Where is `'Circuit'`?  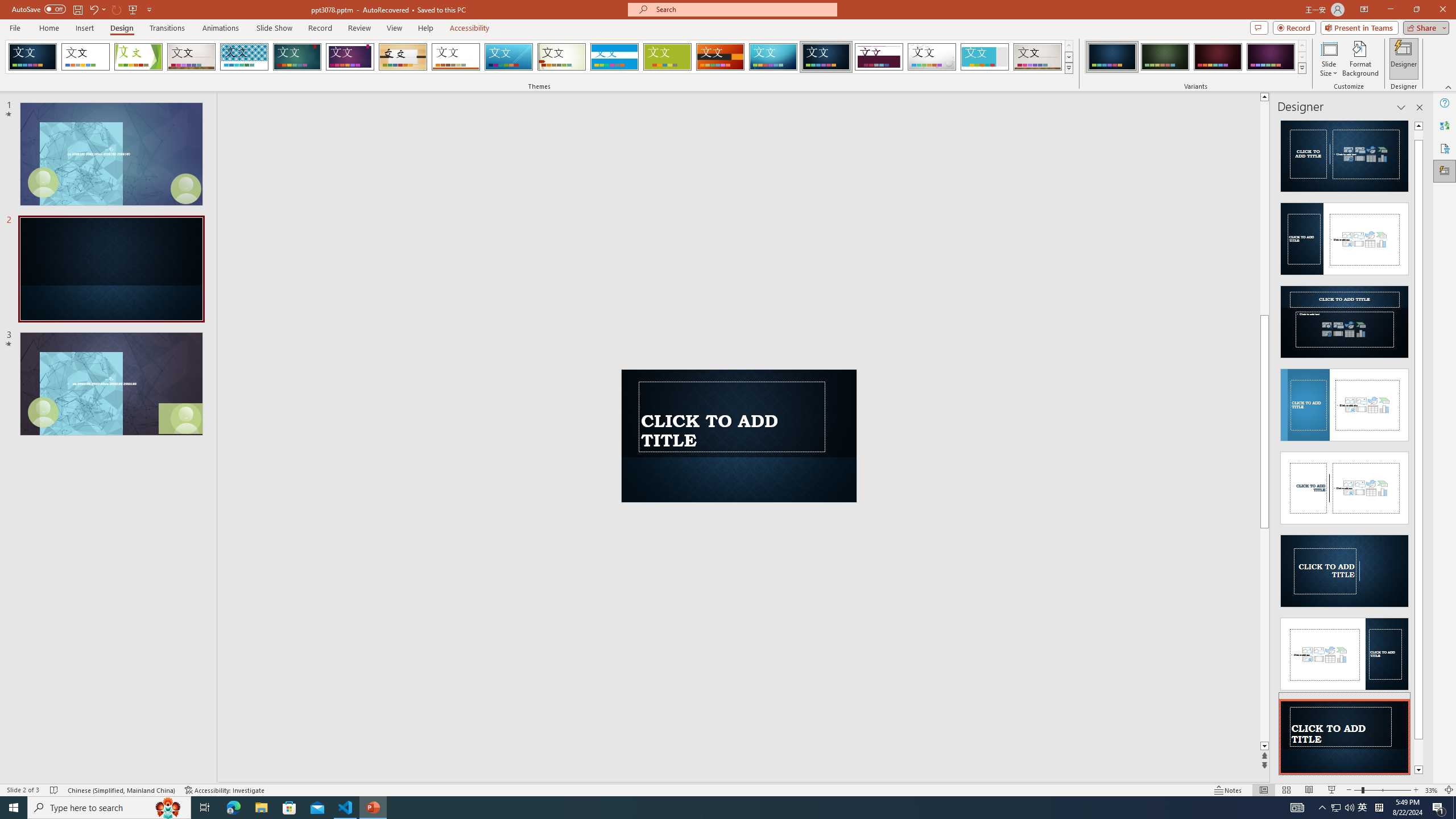
'Circuit' is located at coordinates (772, 56).